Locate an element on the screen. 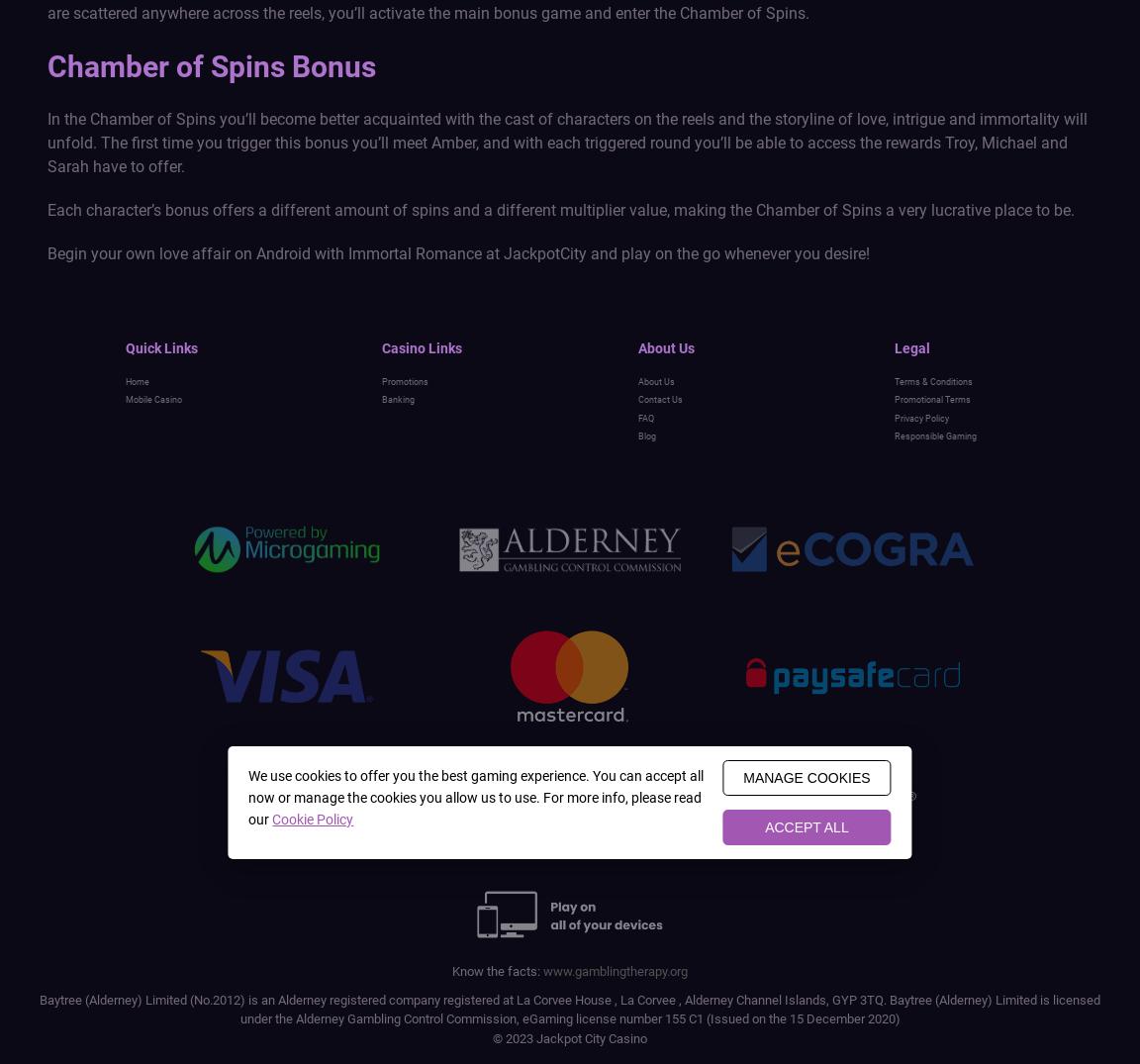  'Privacy Policy' is located at coordinates (920, 416).